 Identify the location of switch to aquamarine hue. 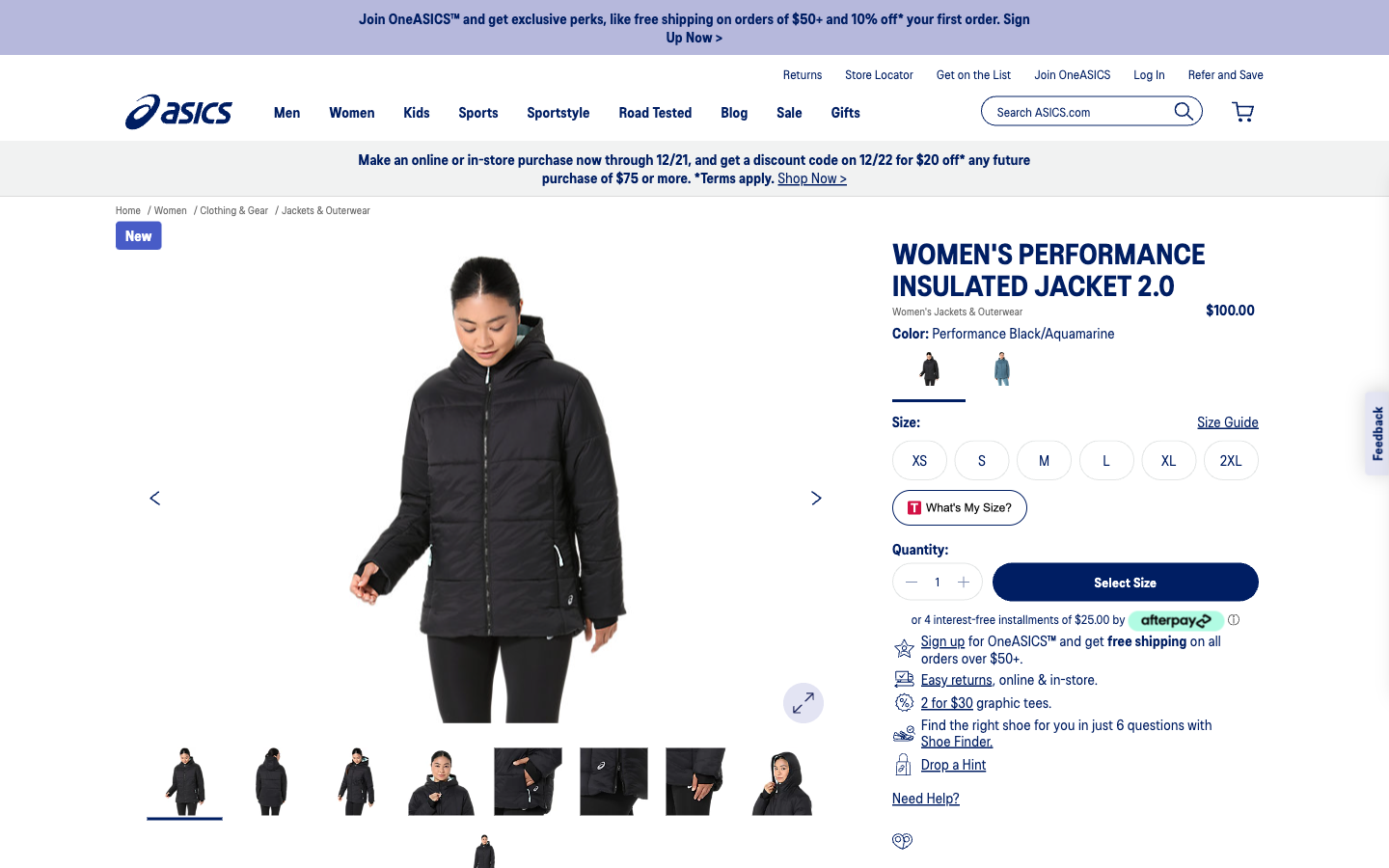
(1001, 372).